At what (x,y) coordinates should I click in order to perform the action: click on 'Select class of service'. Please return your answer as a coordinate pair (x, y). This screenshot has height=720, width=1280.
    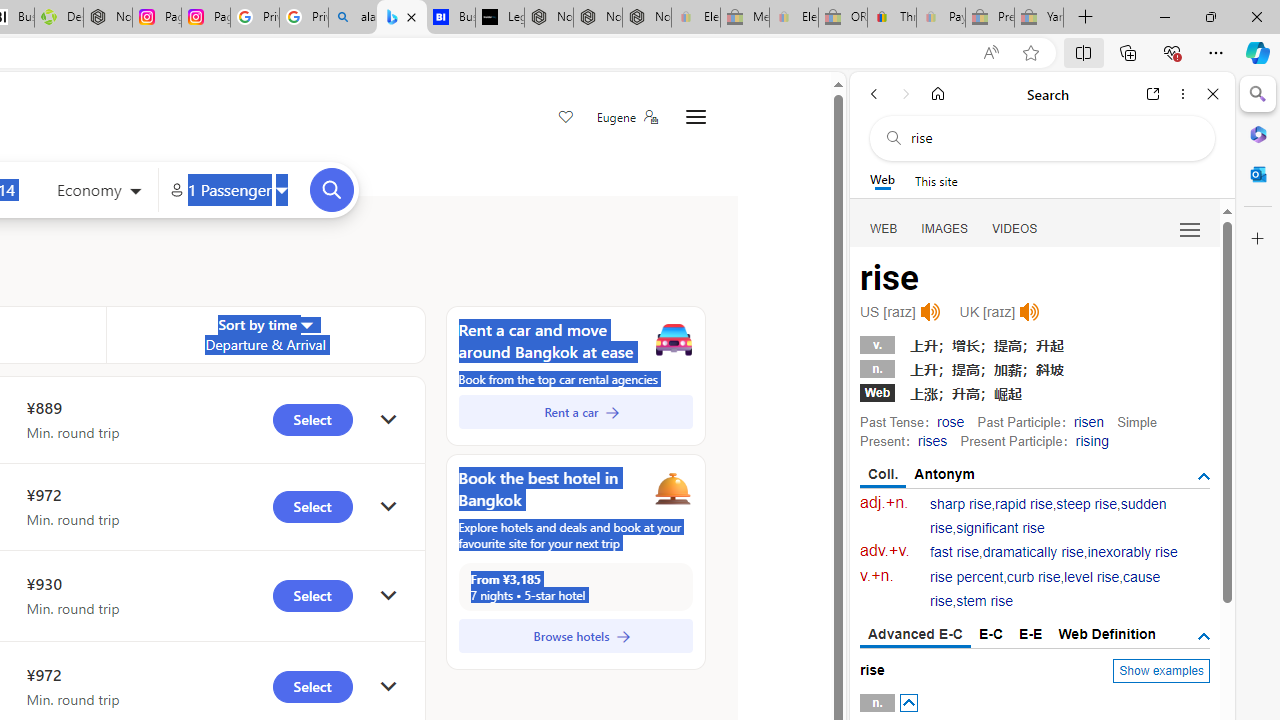
    Looking at the image, I should click on (98, 192).